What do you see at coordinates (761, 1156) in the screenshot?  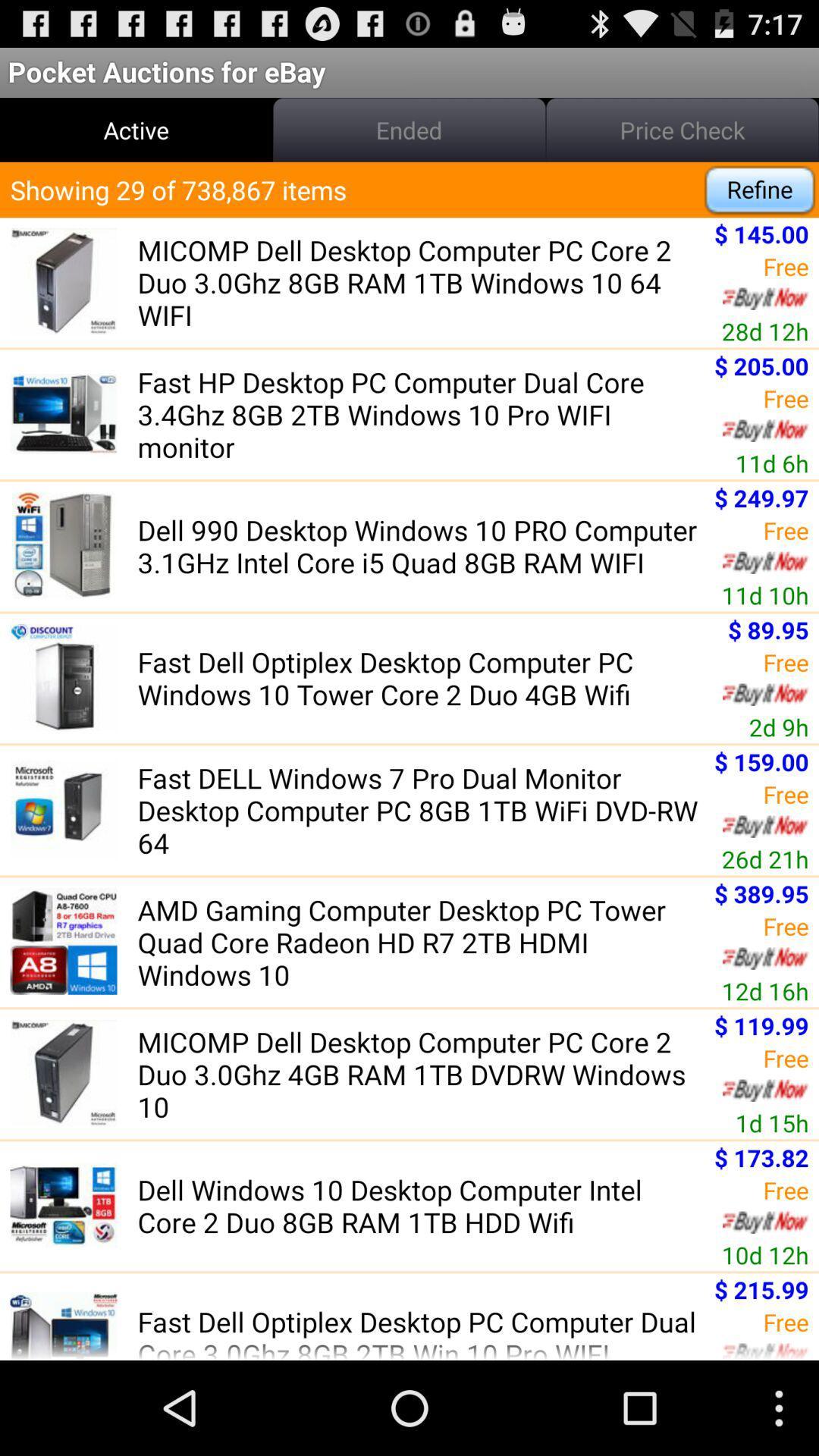 I see `the app above the free app` at bounding box center [761, 1156].